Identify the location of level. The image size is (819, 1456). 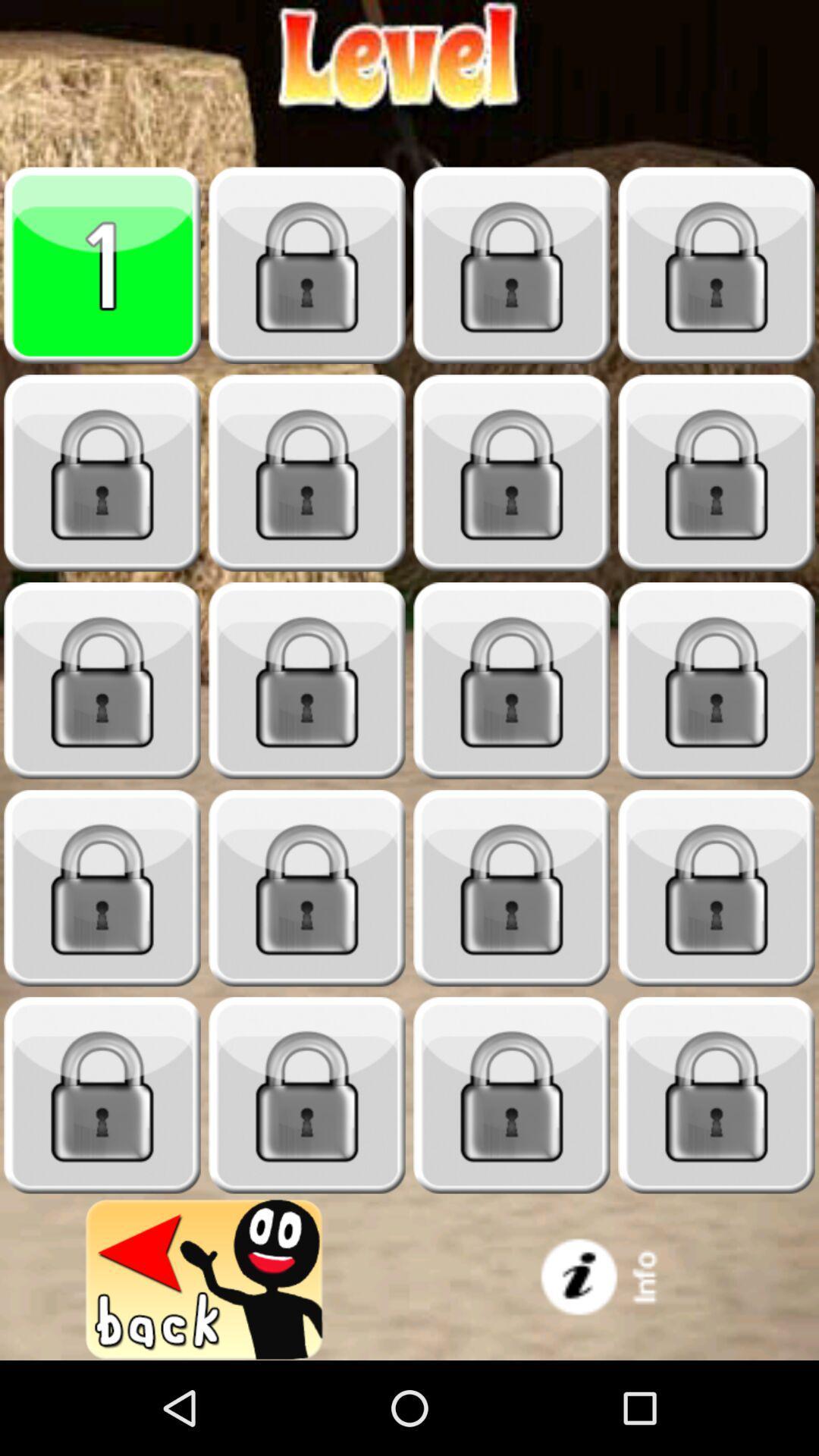
(307, 472).